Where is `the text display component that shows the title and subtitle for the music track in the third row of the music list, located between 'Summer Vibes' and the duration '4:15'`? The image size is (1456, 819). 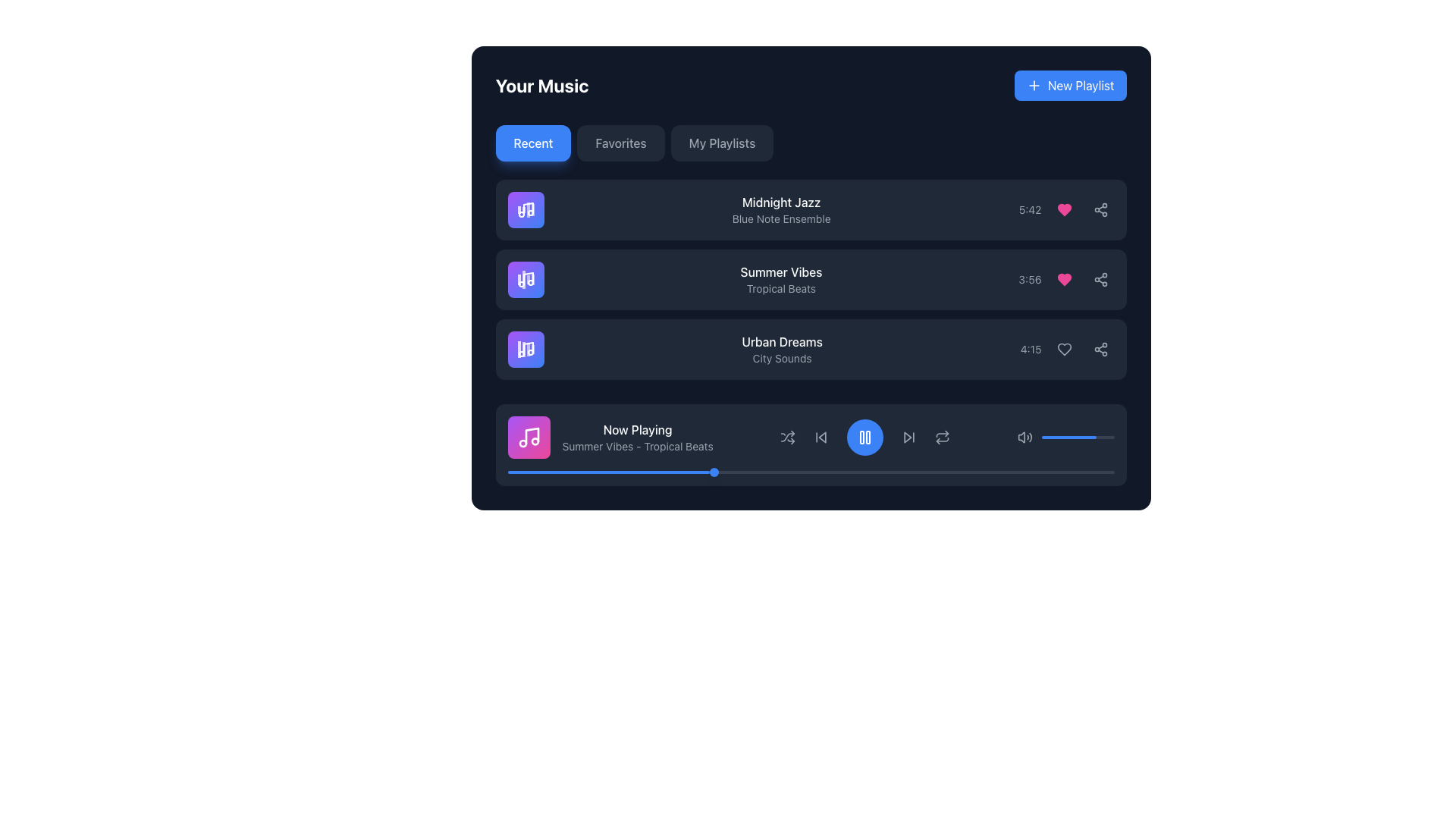
the text display component that shows the title and subtitle for the music track in the third row of the music list, located between 'Summer Vibes' and the duration '4:15' is located at coordinates (782, 350).